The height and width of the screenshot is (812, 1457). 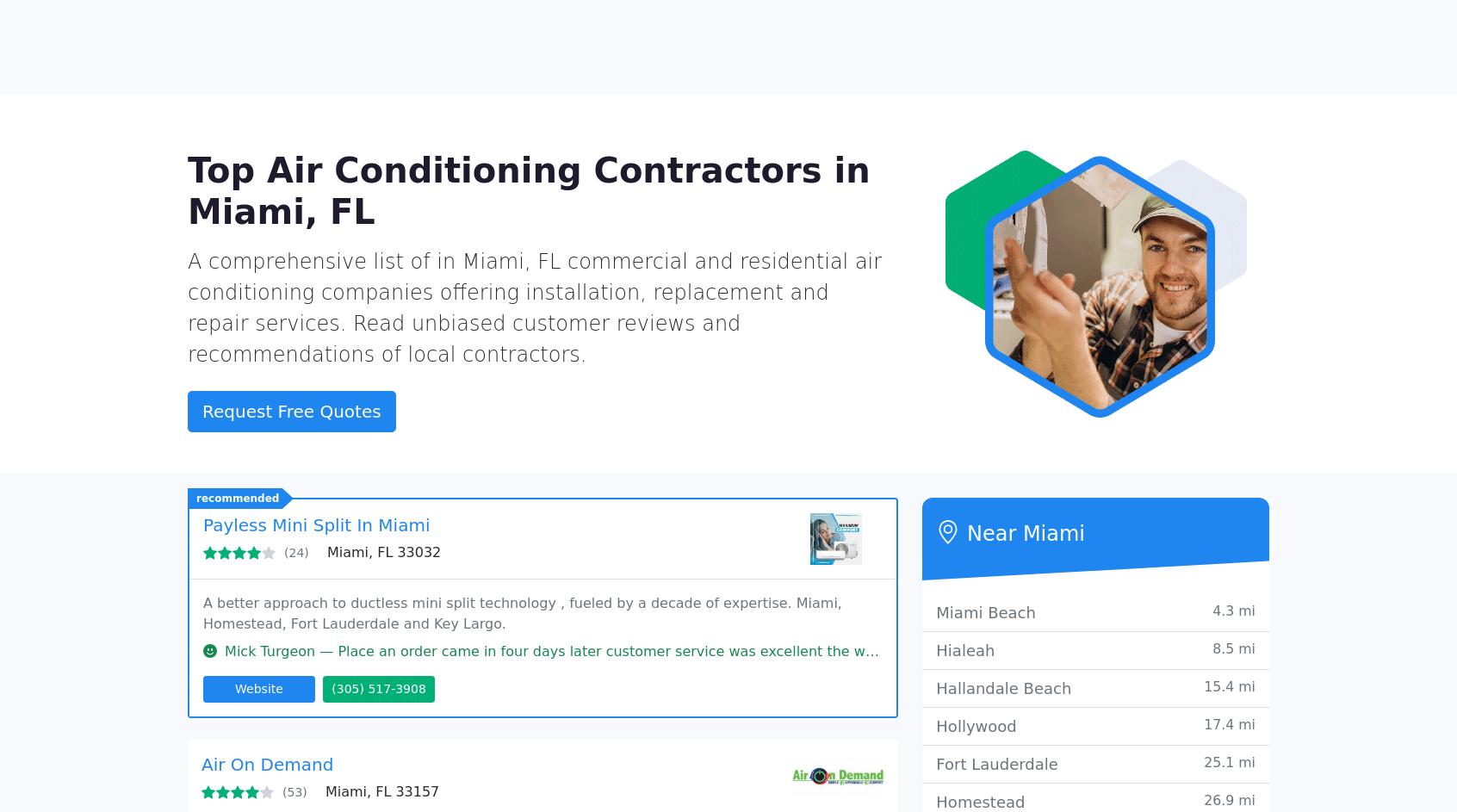 I want to click on 'Search', so click(x=1016, y=70).